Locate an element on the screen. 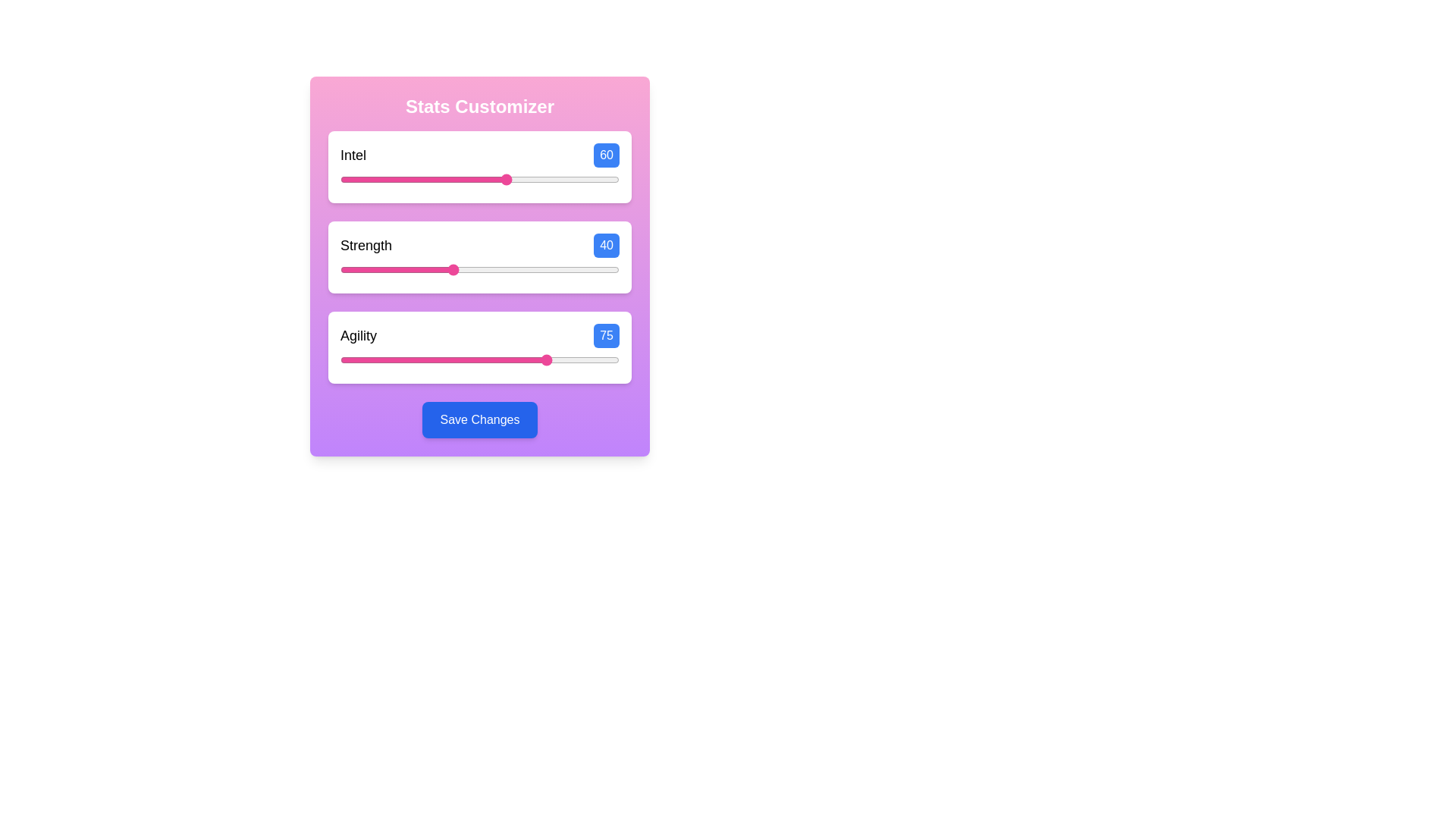 The width and height of the screenshot is (1456, 819). the slider is located at coordinates (524, 178).